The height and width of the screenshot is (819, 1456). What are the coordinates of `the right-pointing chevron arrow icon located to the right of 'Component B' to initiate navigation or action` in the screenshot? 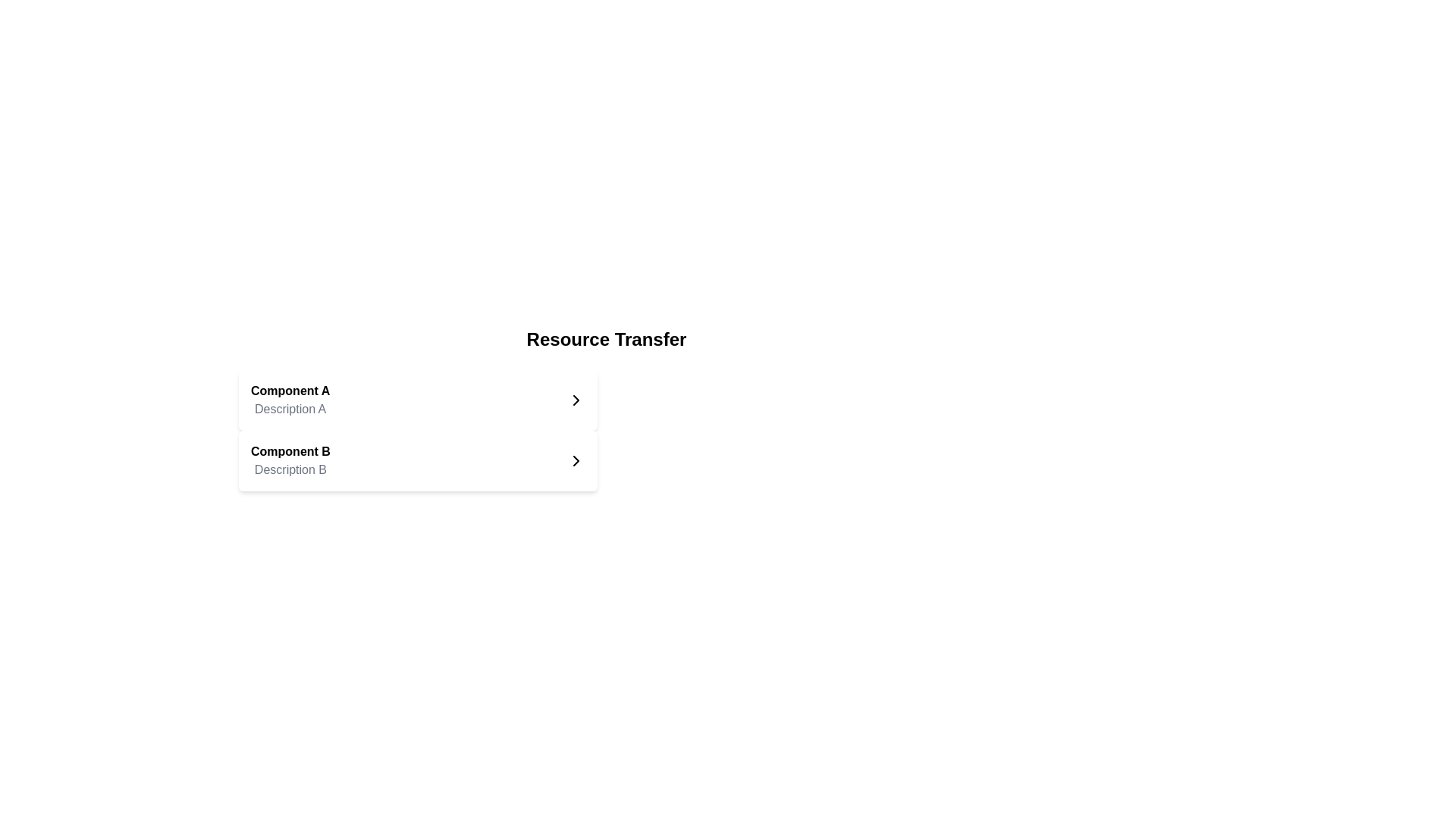 It's located at (575, 460).